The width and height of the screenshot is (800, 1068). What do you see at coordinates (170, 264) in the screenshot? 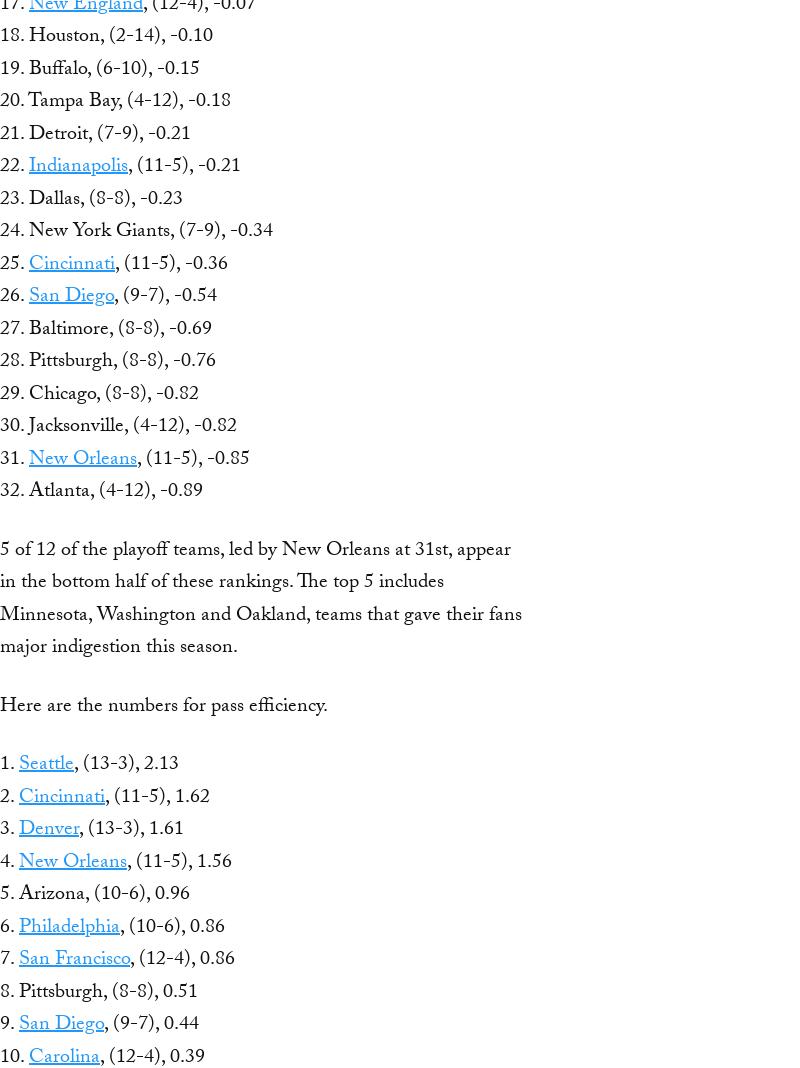
I see `', (11-5), -0.36'` at bounding box center [170, 264].